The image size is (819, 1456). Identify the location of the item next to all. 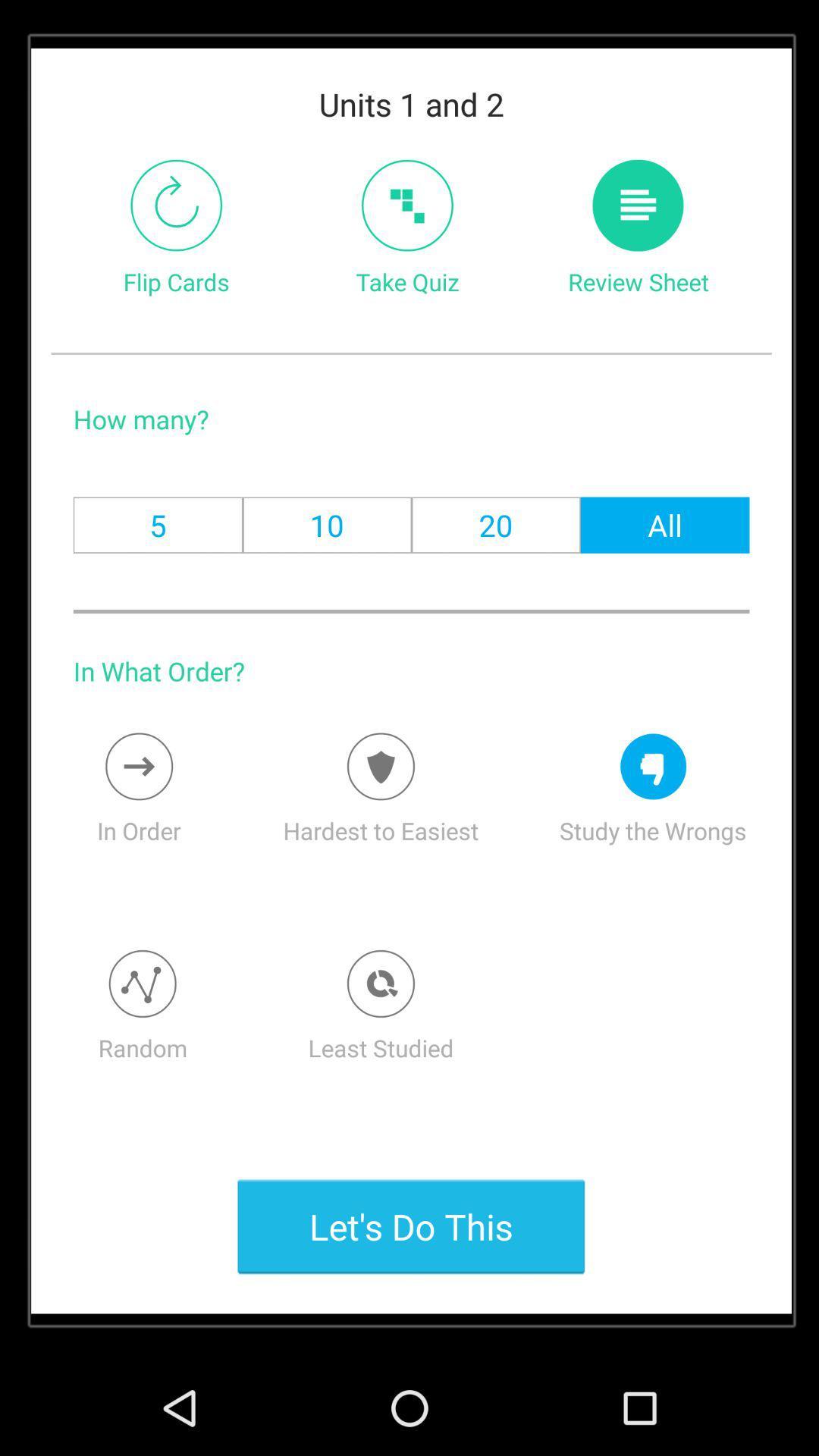
(496, 525).